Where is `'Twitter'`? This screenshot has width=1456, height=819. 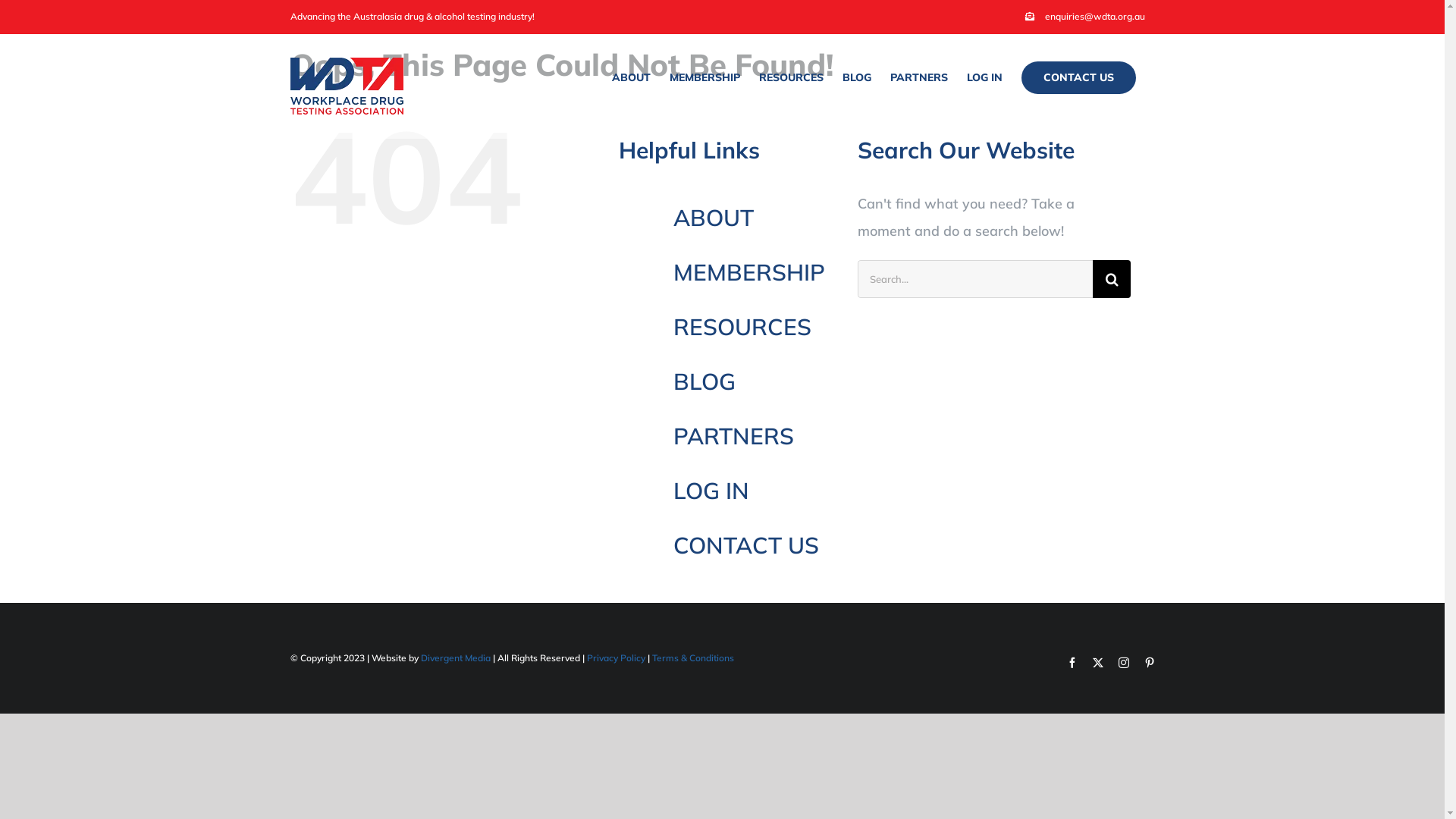 'Twitter' is located at coordinates (1092, 662).